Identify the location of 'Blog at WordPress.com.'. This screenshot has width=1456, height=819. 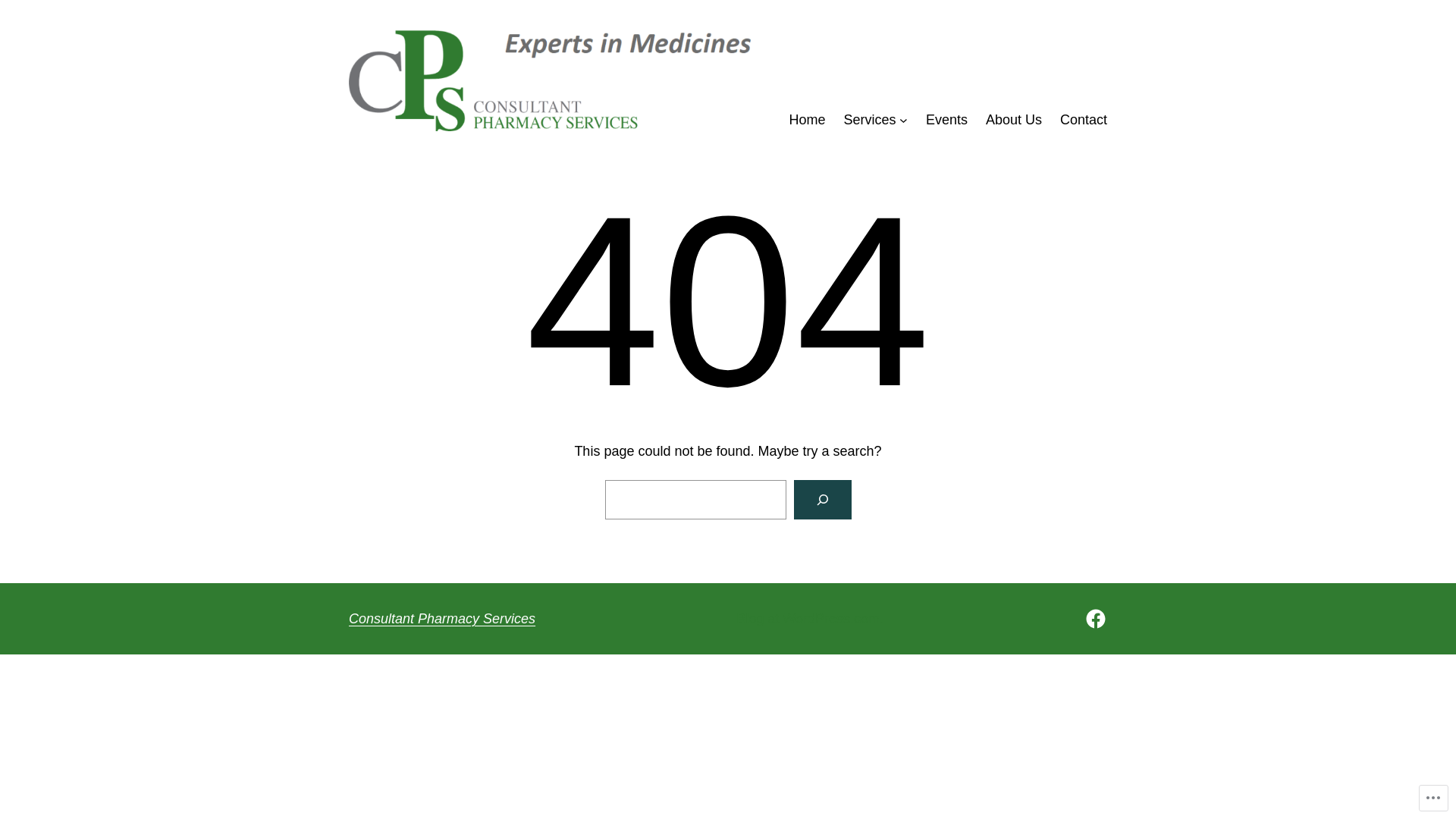
(809, 619).